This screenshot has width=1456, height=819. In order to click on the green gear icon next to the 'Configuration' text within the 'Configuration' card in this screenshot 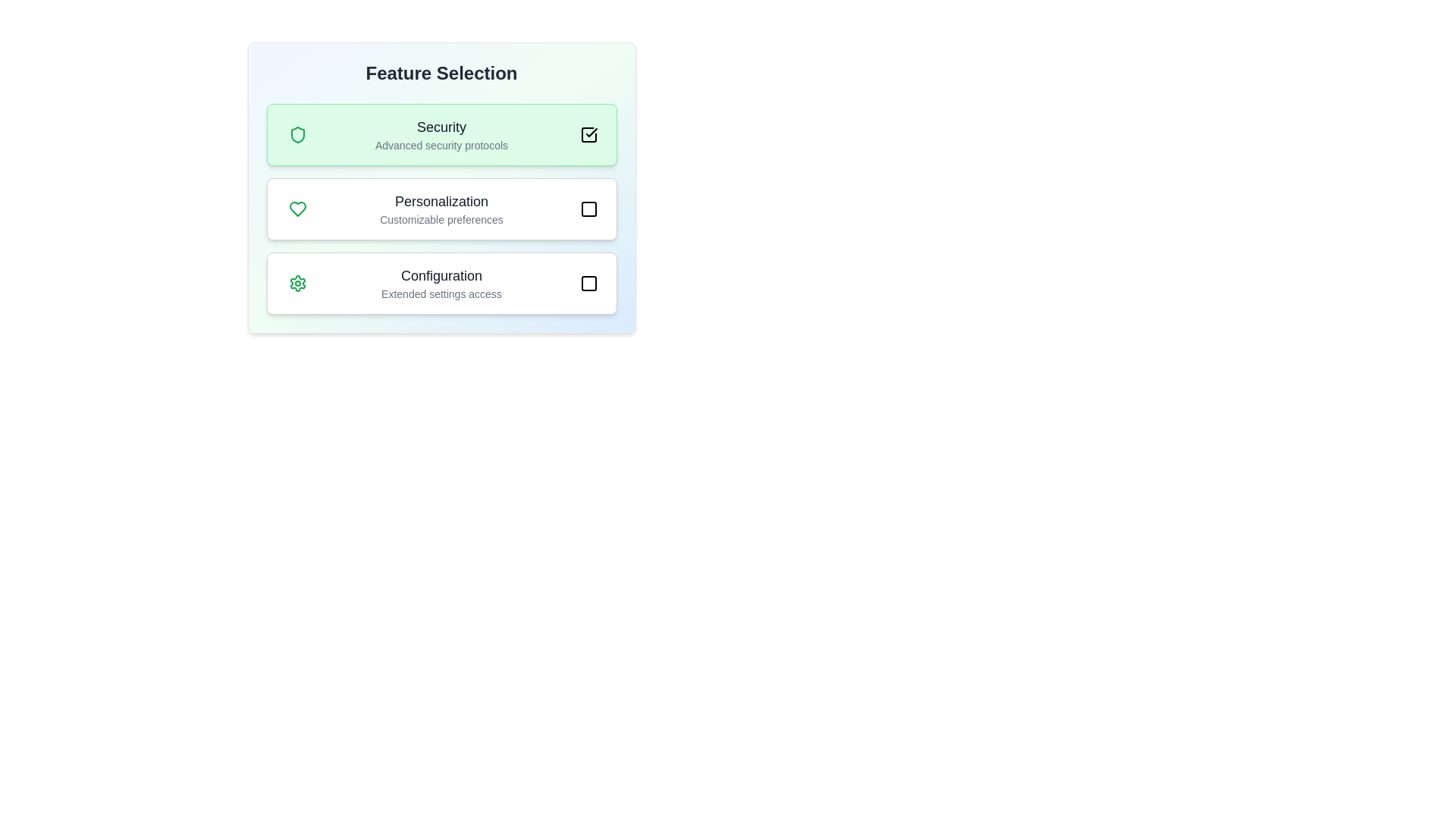, I will do `click(297, 284)`.